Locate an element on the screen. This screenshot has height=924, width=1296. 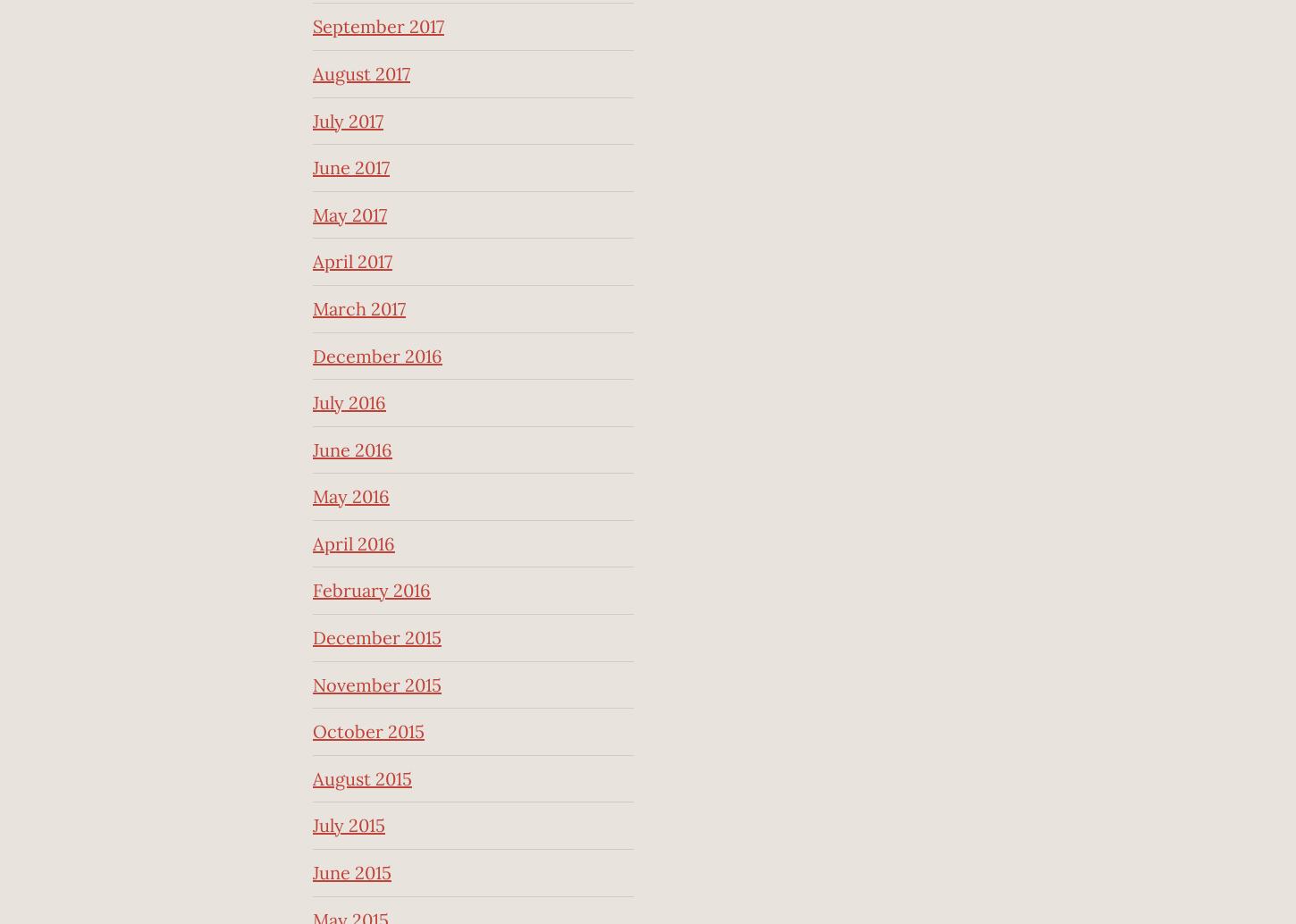
'December 2016' is located at coordinates (376, 354).